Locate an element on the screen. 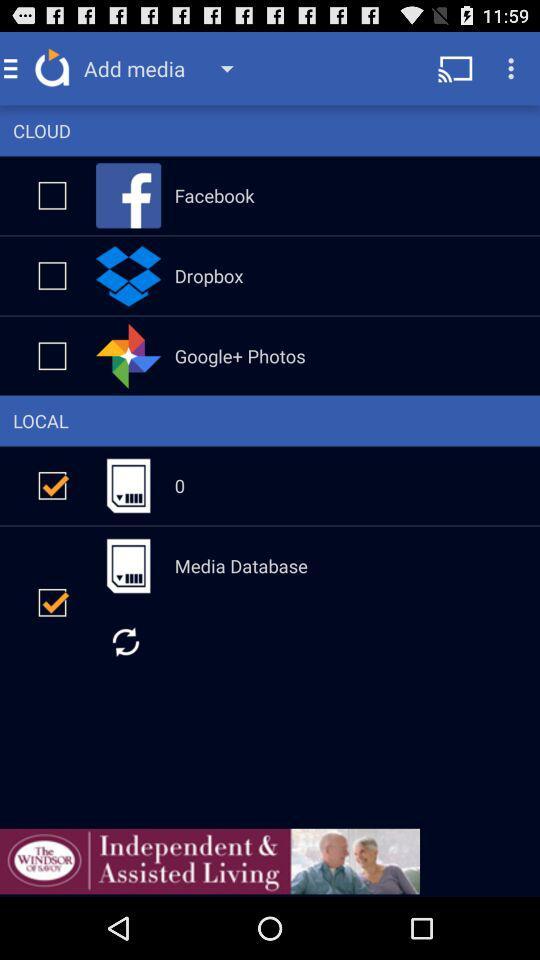  click option is located at coordinates (52, 274).